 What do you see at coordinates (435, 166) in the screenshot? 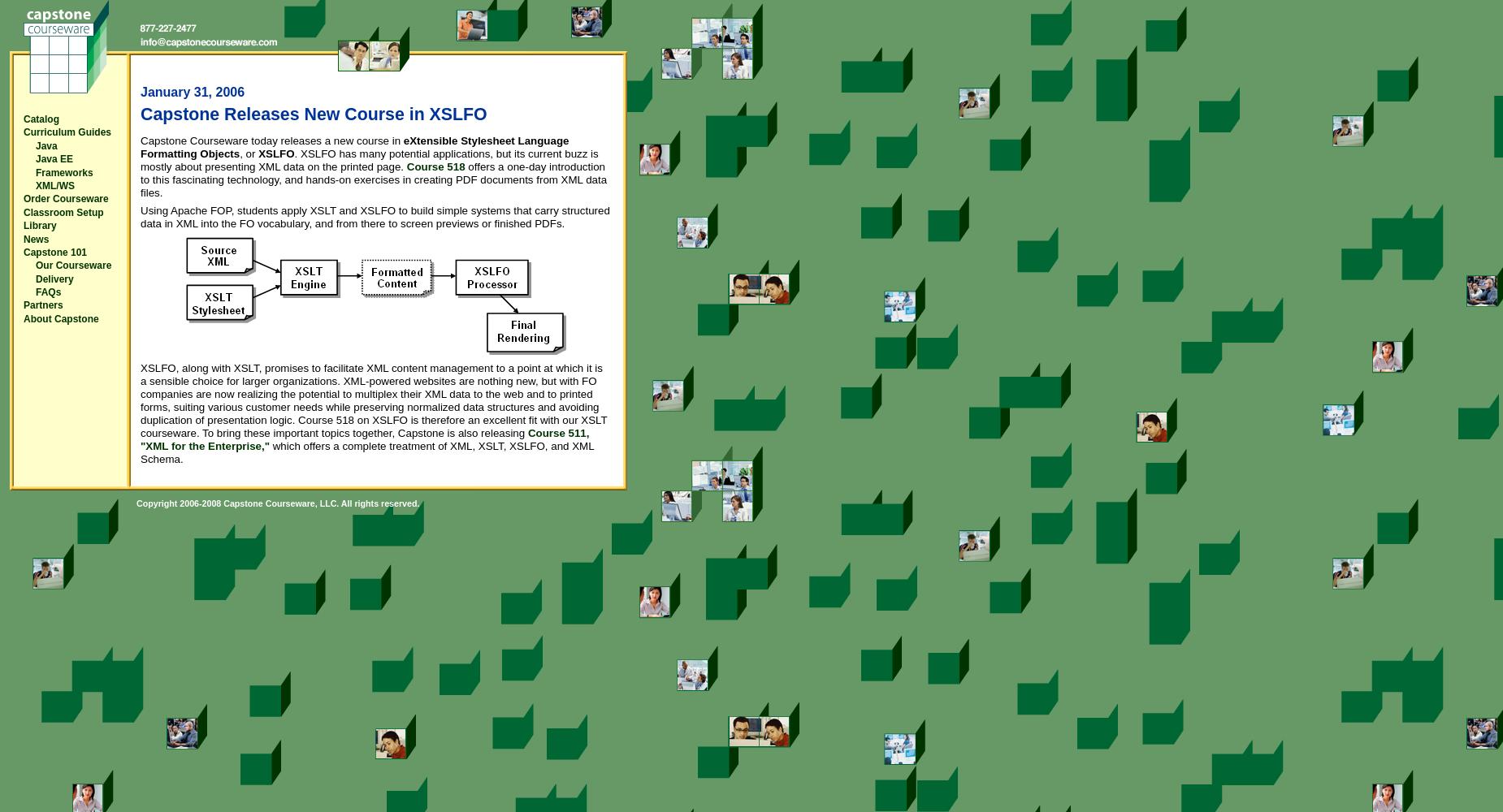
I see `'Course 518'` at bounding box center [435, 166].